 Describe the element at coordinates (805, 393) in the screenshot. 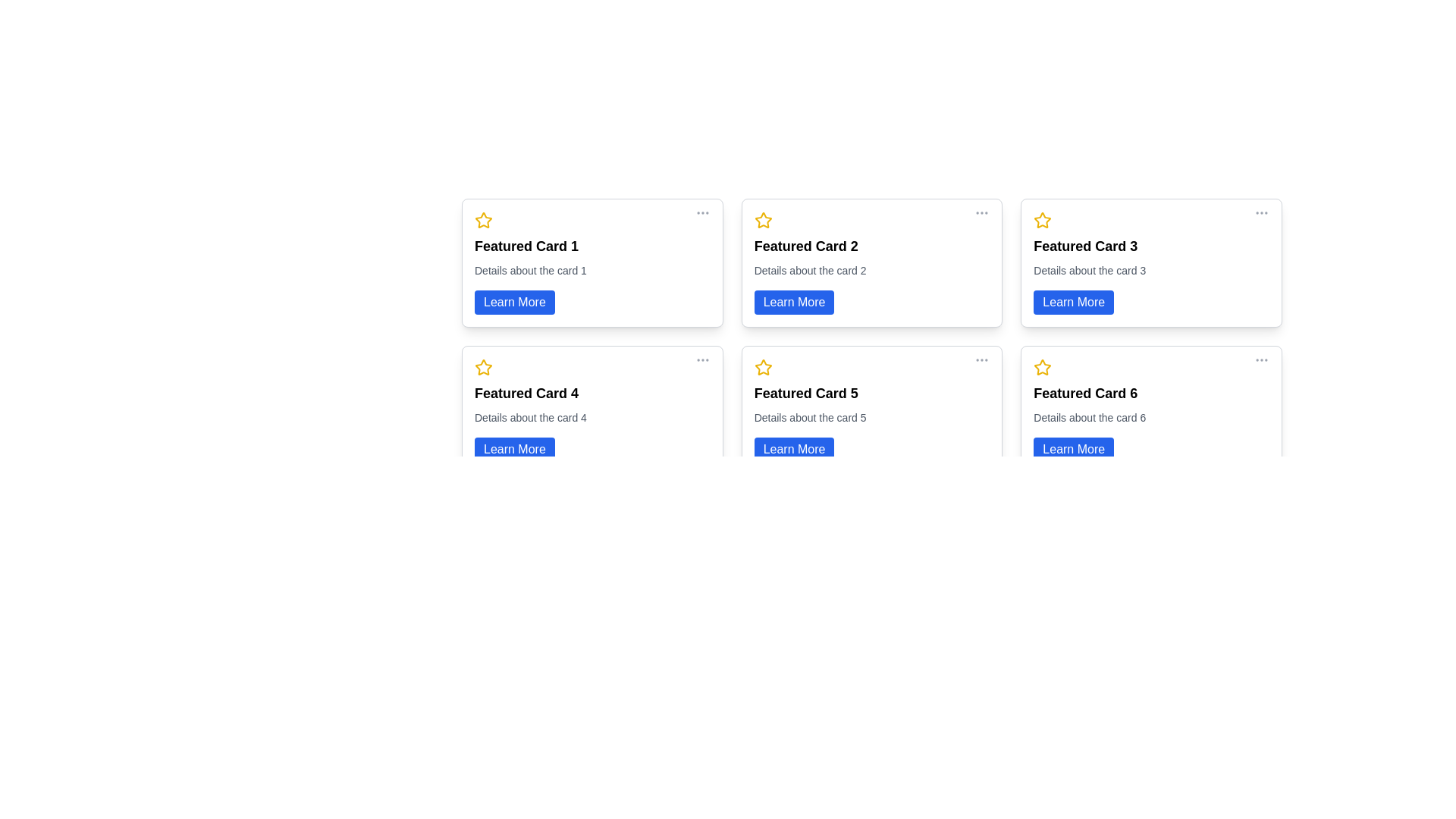

I see `the Text Label element that serves as the title for the fifth card in a 2-row layout of six cards, located centrally between the star icon above and the description text below` at that location.